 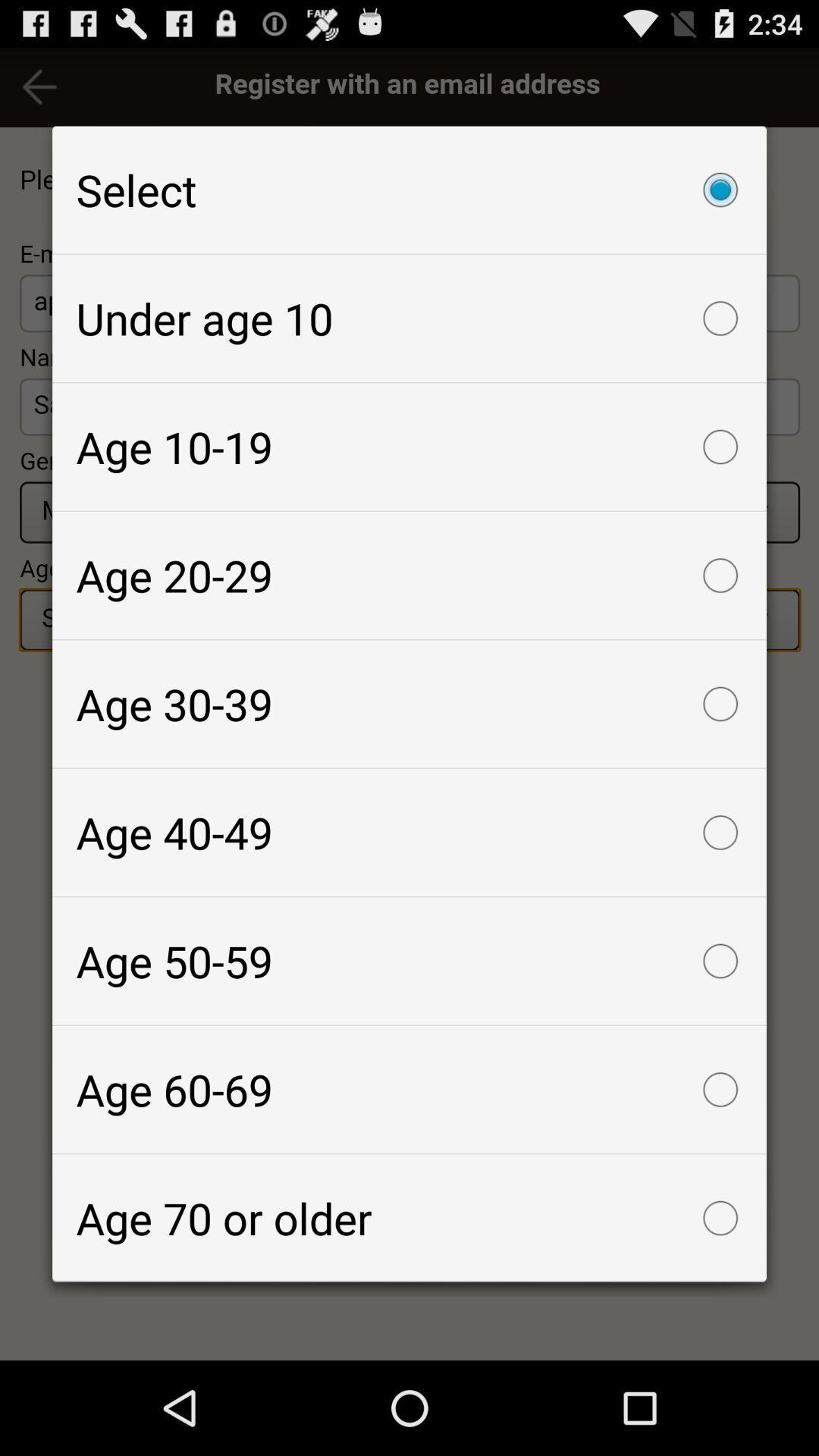 I want to click on the age 20-29 icon, so click(x=409, y=574).